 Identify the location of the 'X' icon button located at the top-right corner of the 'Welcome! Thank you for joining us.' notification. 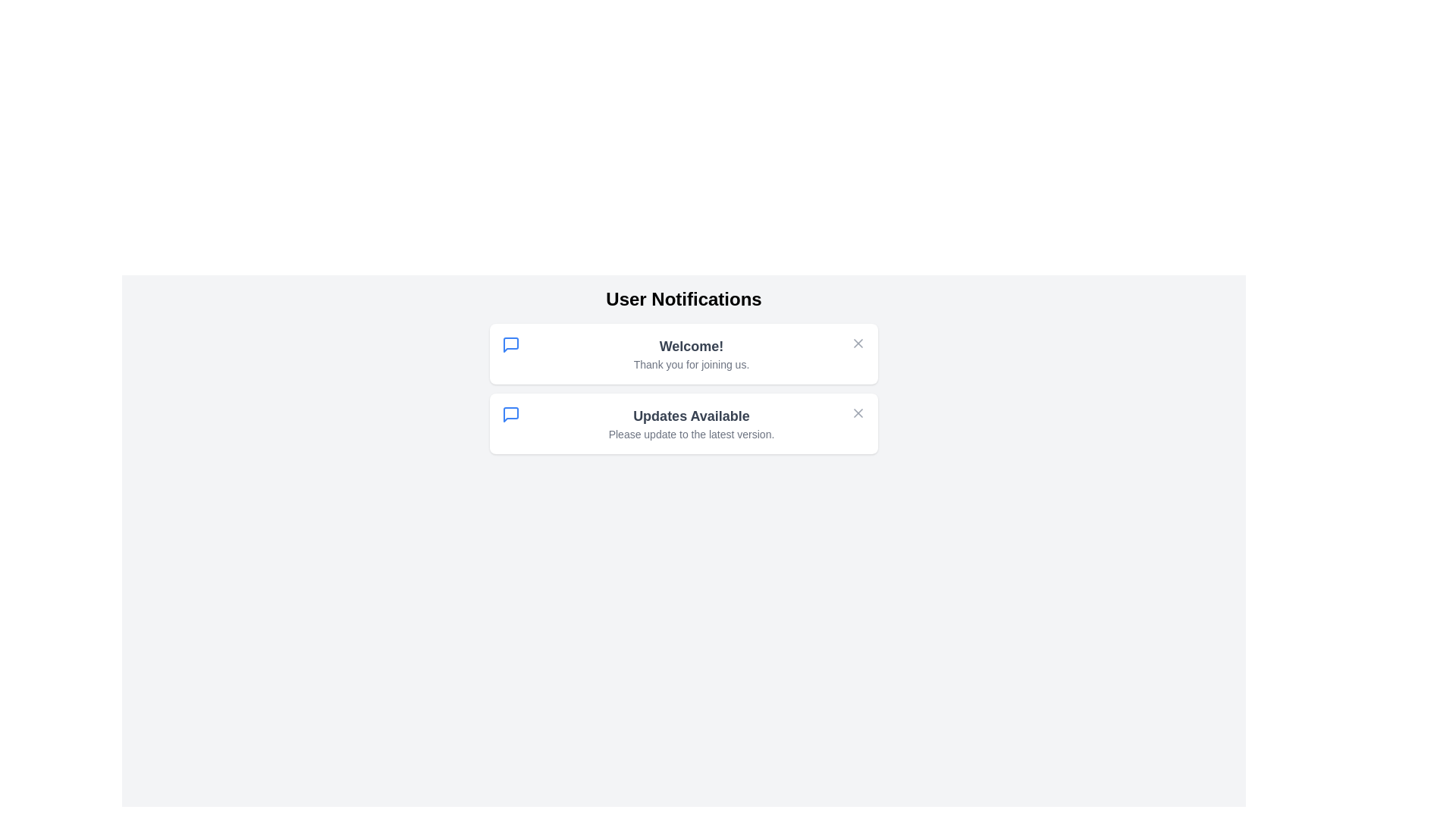
(858, 343).